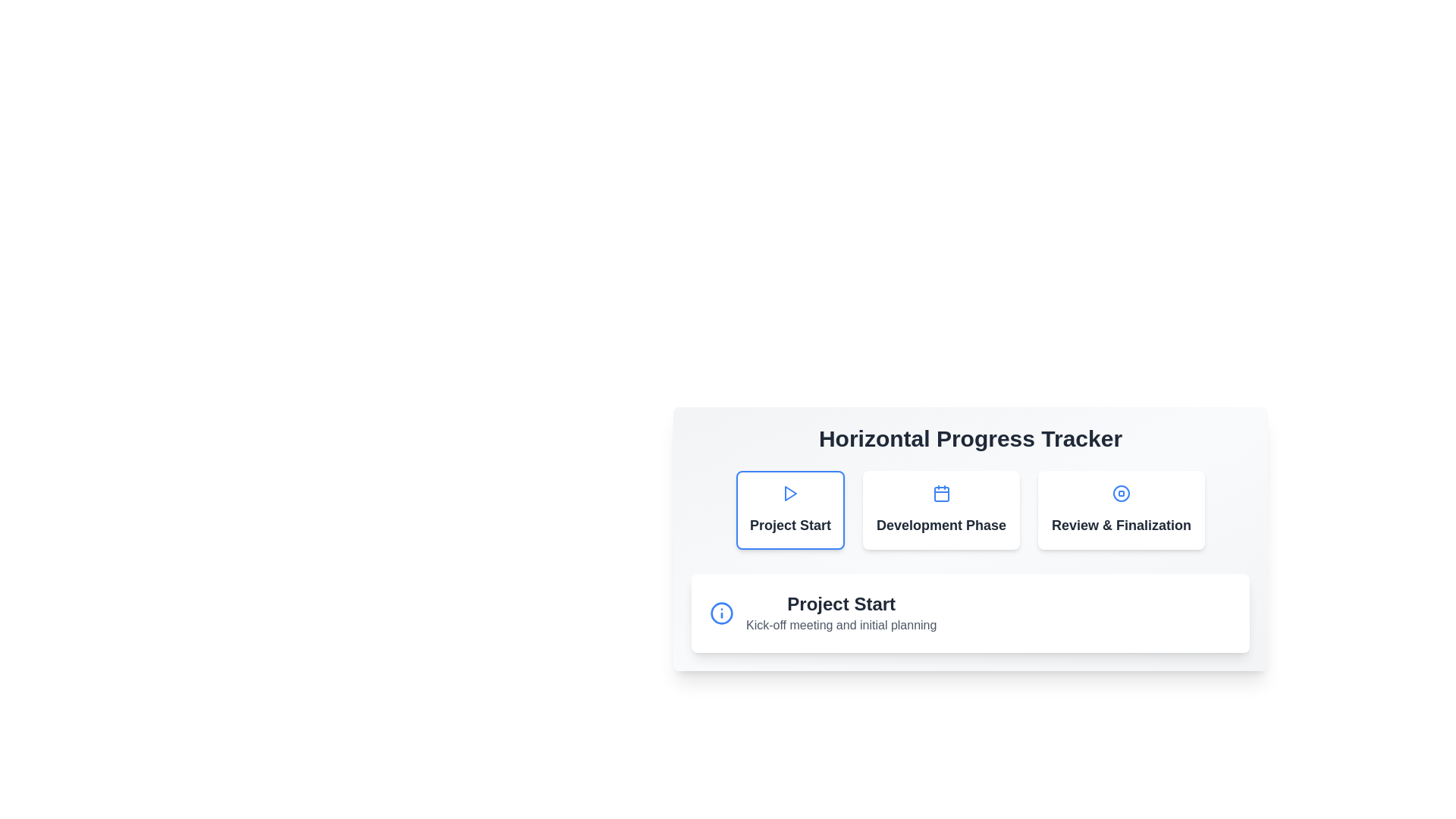 The height and width of the screenshot is (819, 1456). Describe the element at coordinates (940, 494) in the screenshot. I see `the blue calendar icon, which is the second icon from the left in the 'Development Phase' card, to interact with its associated functionality` at that location.